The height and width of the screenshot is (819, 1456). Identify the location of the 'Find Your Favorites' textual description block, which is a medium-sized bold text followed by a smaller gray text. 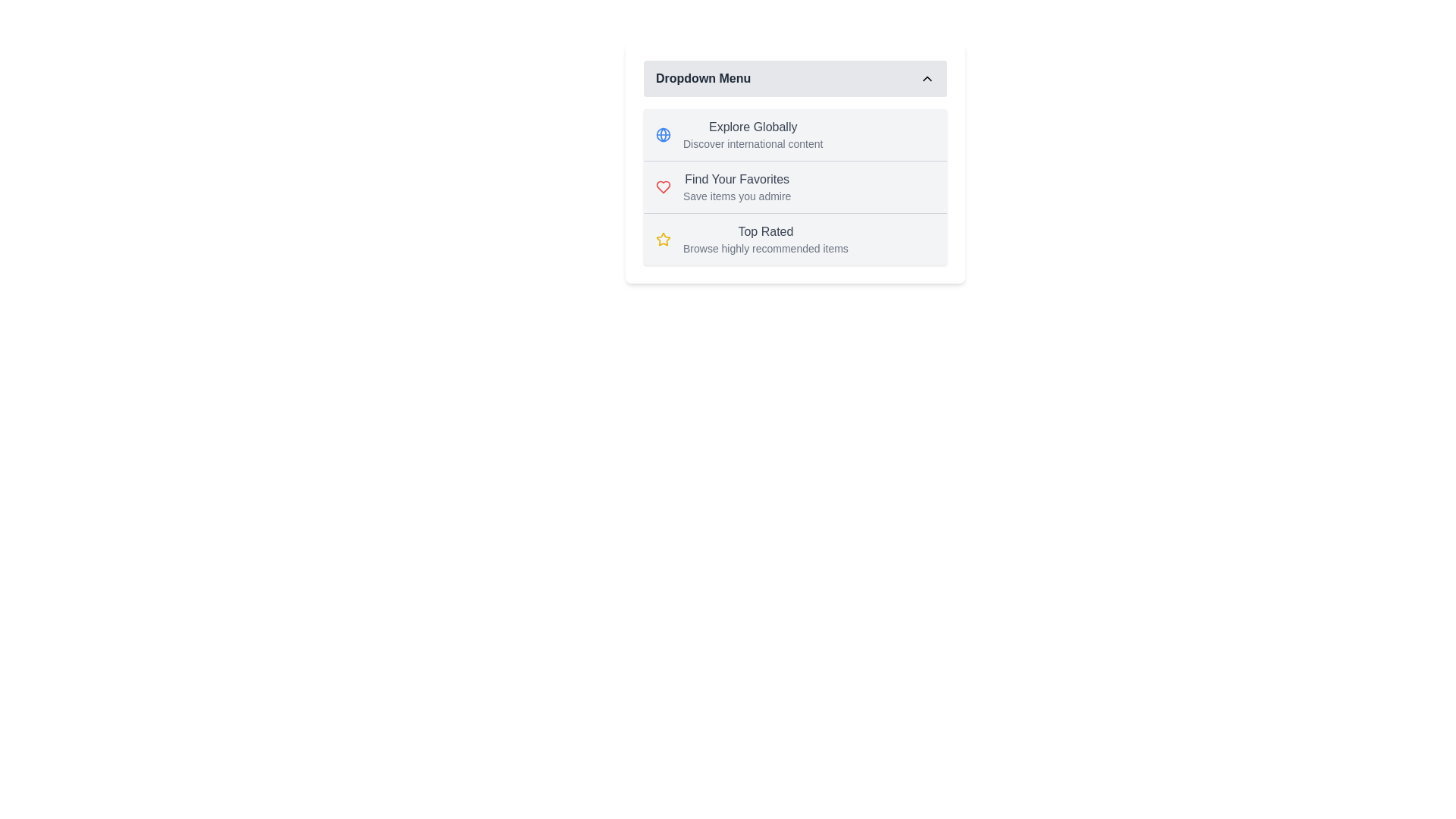
(736, 186).